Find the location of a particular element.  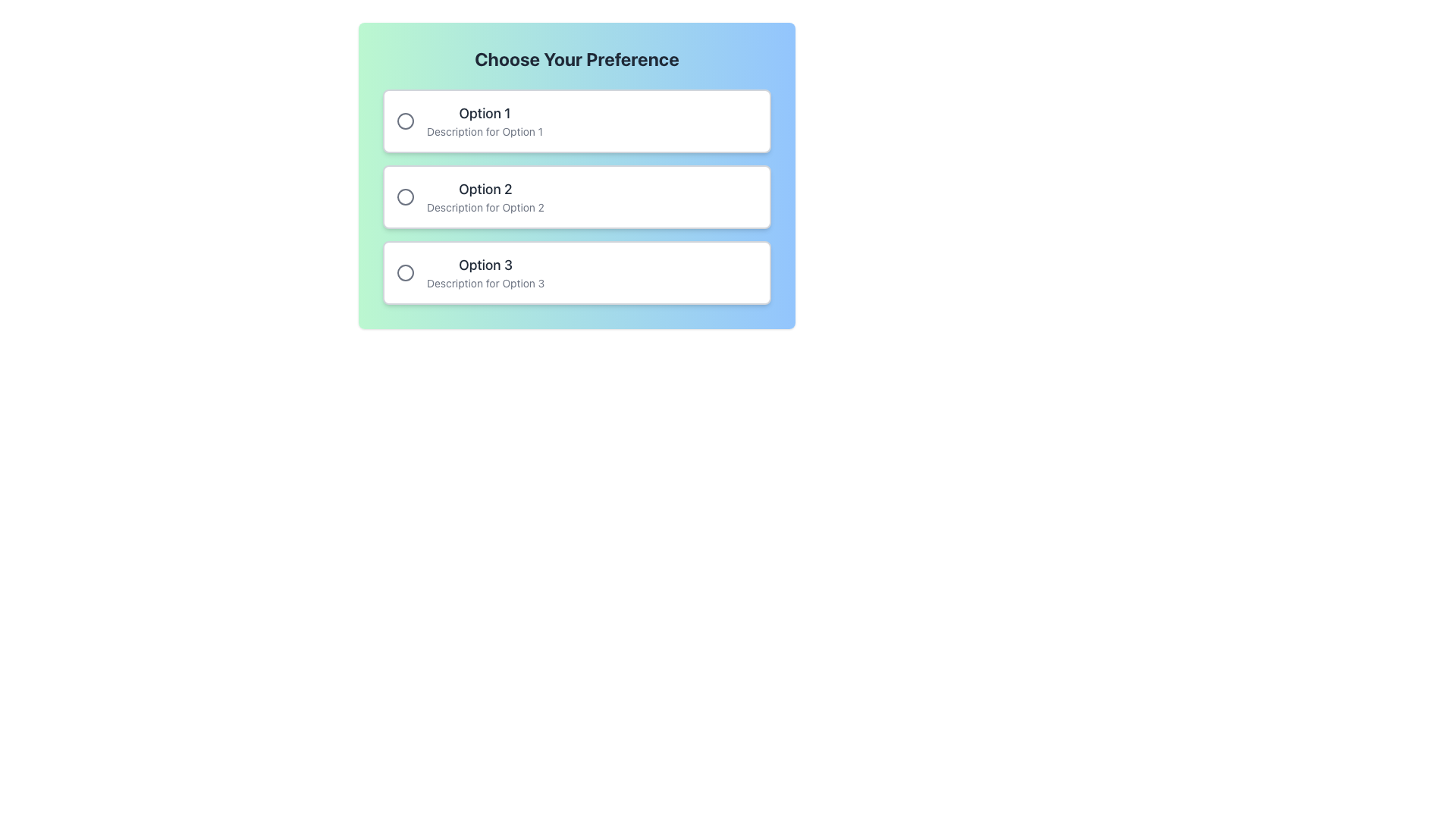

the descriptive text label located beneath 'Option 2', which provides additional detail about the choice is located at coordinates (485, 207).